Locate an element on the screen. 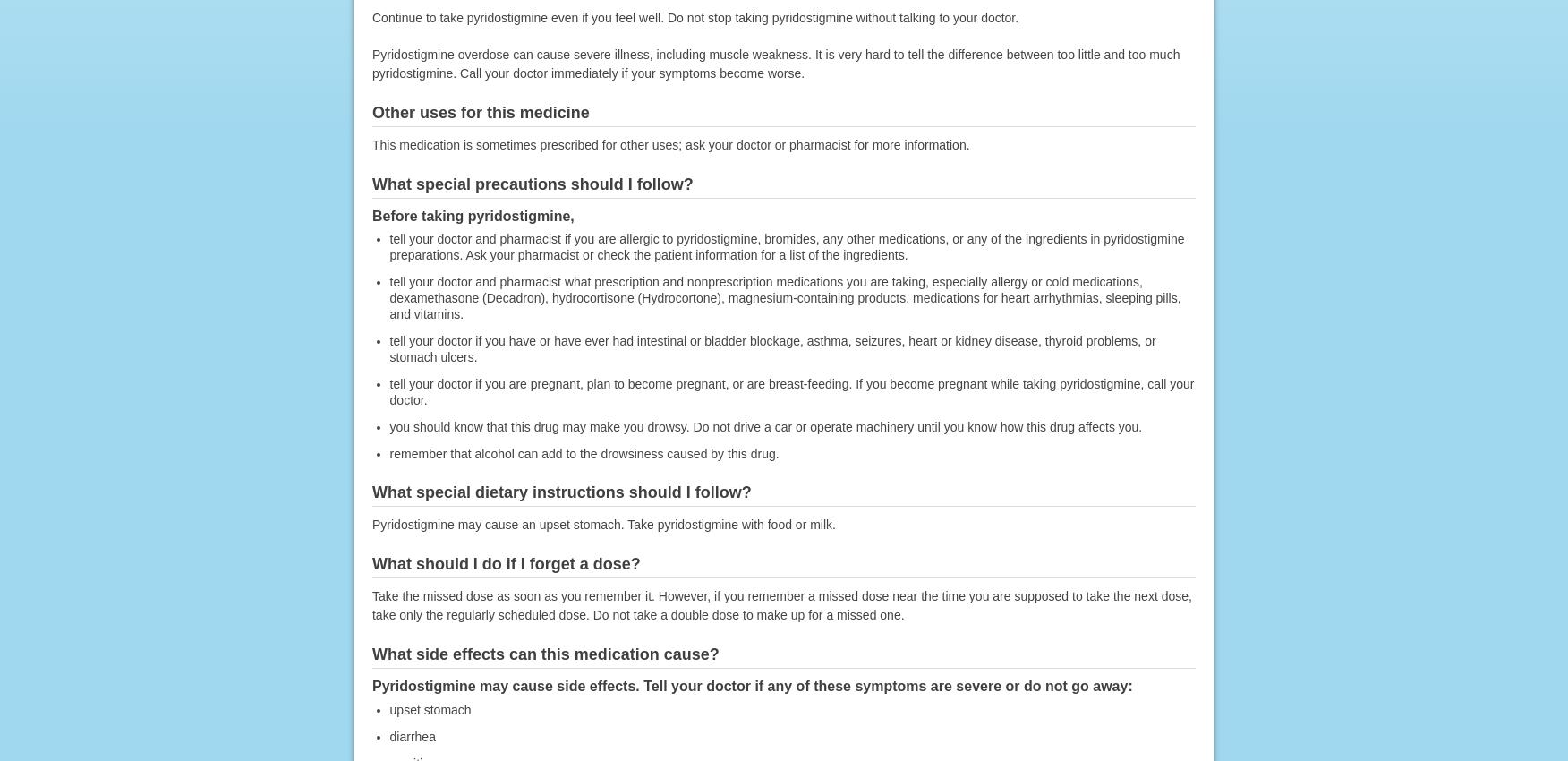  'Pyridostigmine may cause side effects. Tell your doctor if any of these symptoms are severe or do not go away:' is located at coordinates (751, 685).